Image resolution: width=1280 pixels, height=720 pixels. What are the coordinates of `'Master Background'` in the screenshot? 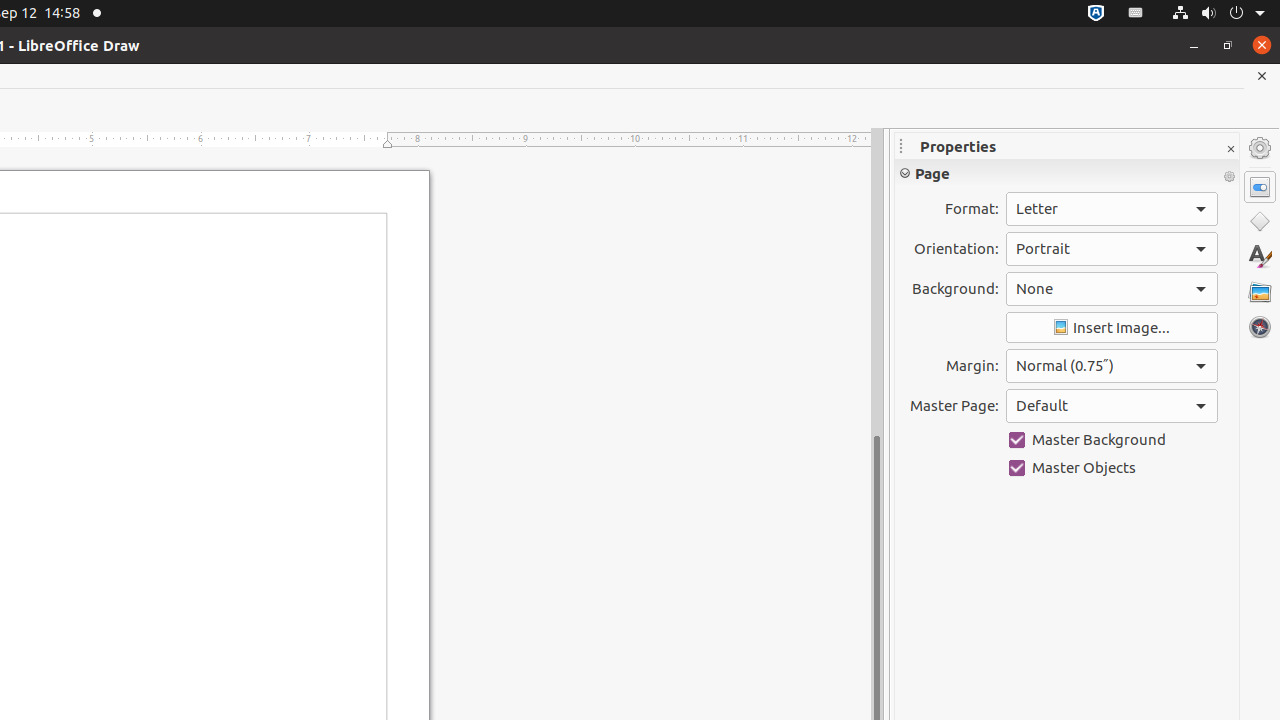 It's located at (1110, 438).